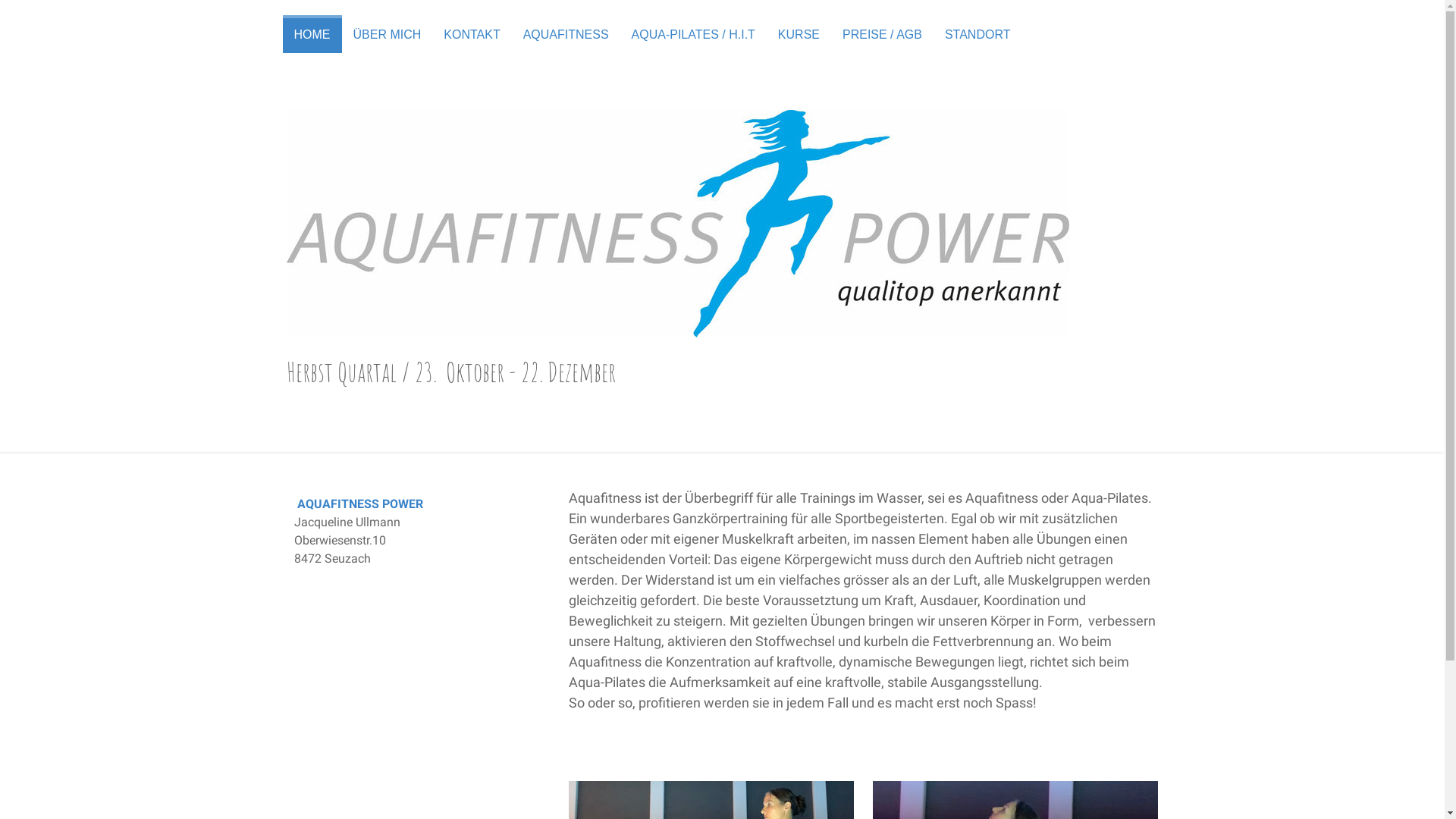 The image size is (1456, 819). Describe the element at coordinates (311, 34) in the screenshot. I see `'HOME'` at that location.